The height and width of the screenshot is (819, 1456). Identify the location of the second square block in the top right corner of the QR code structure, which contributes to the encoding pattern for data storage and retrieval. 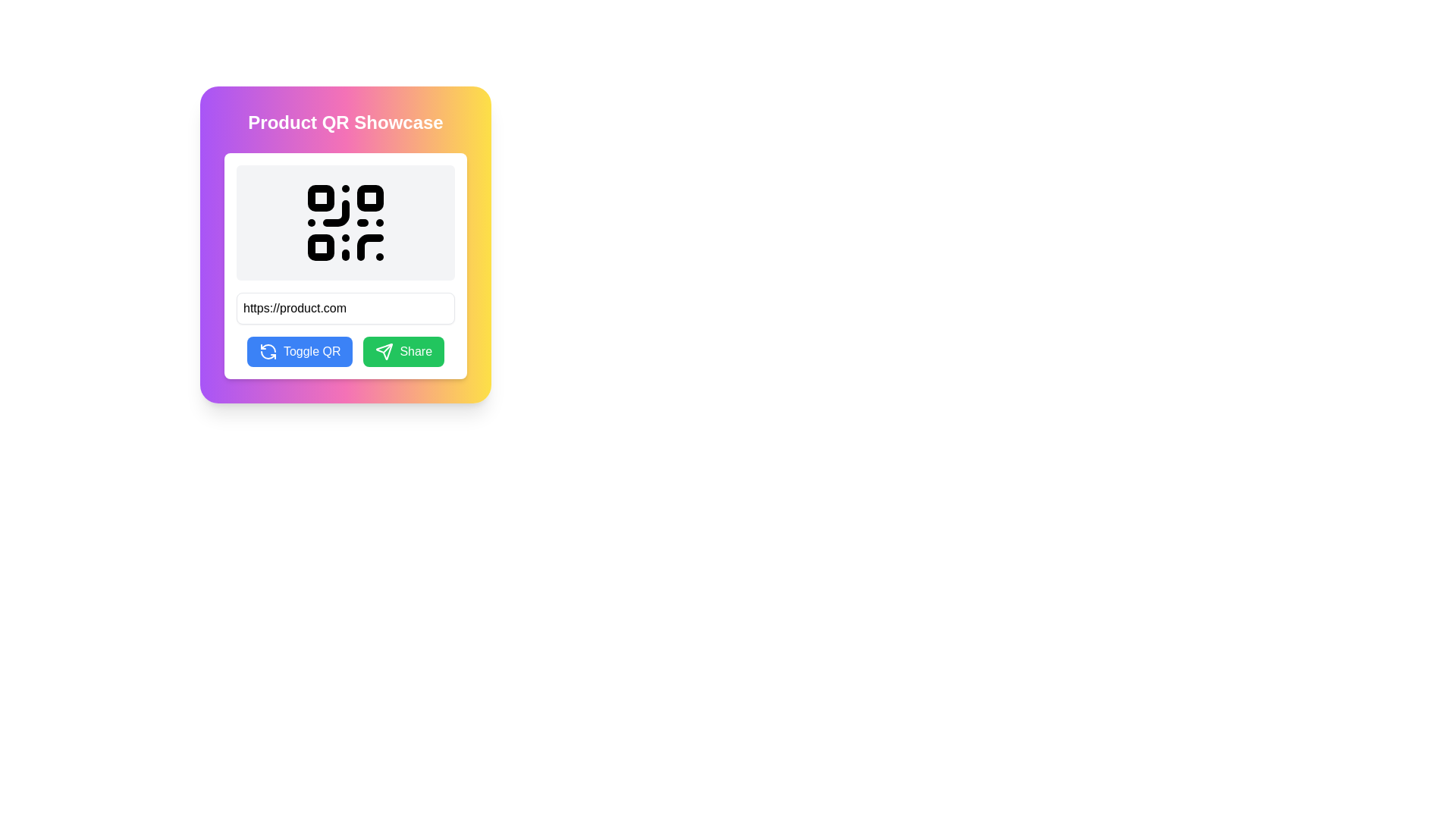
(370, 197).